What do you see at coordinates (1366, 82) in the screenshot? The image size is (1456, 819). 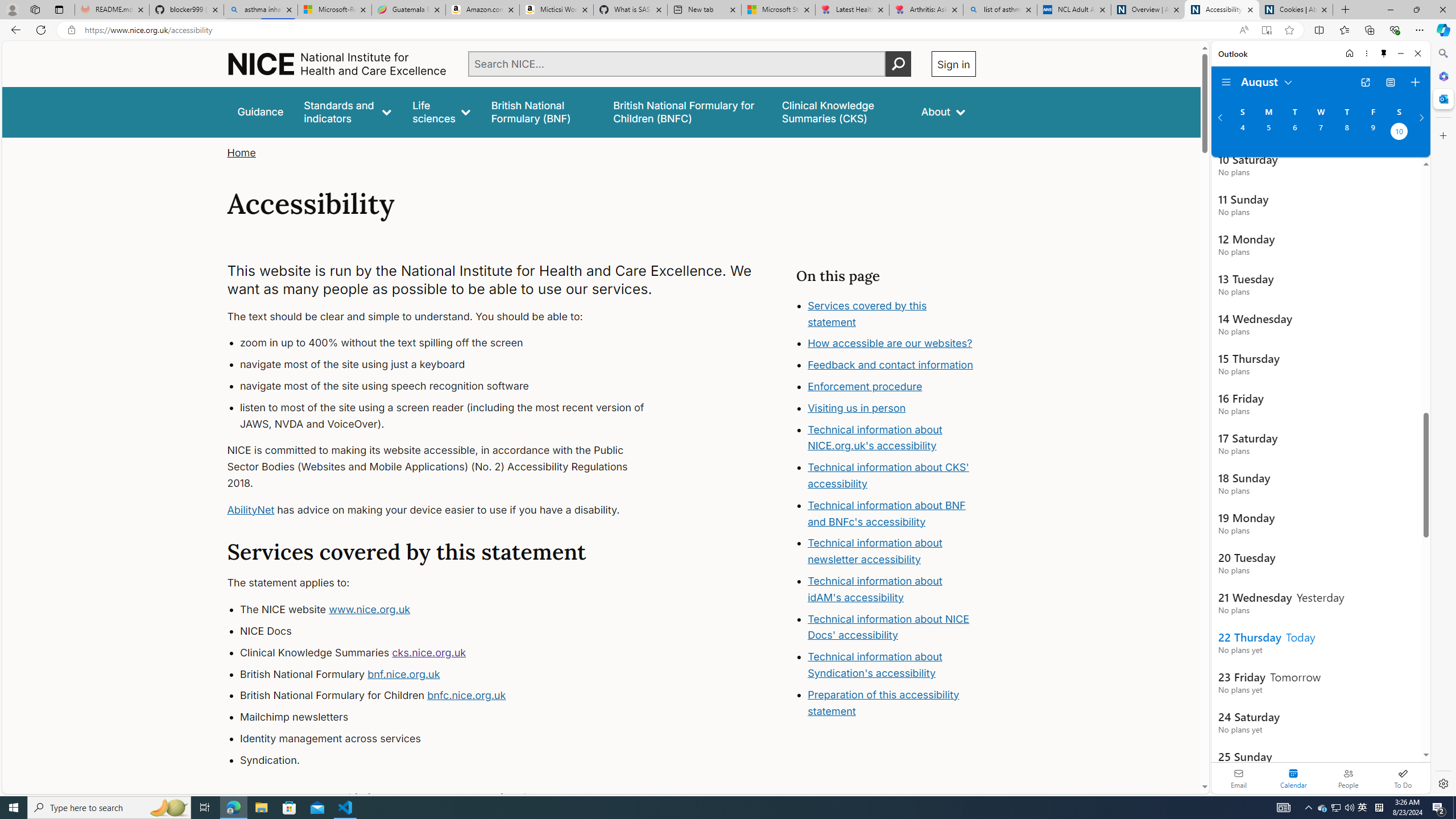 I see `'Open in new tab'` at bounding box center [1366, 82].